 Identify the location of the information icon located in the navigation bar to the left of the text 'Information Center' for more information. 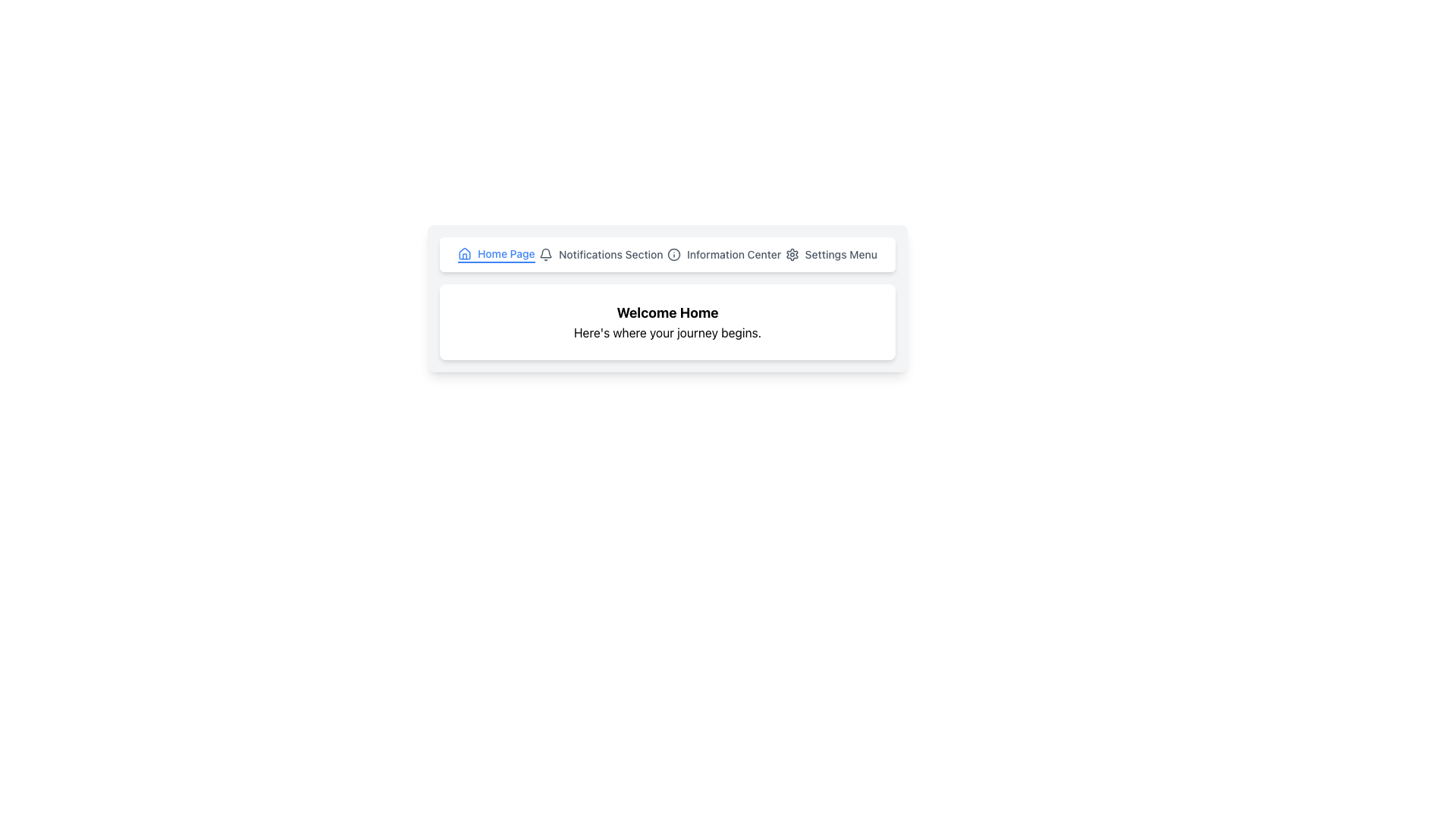
(673, 253).